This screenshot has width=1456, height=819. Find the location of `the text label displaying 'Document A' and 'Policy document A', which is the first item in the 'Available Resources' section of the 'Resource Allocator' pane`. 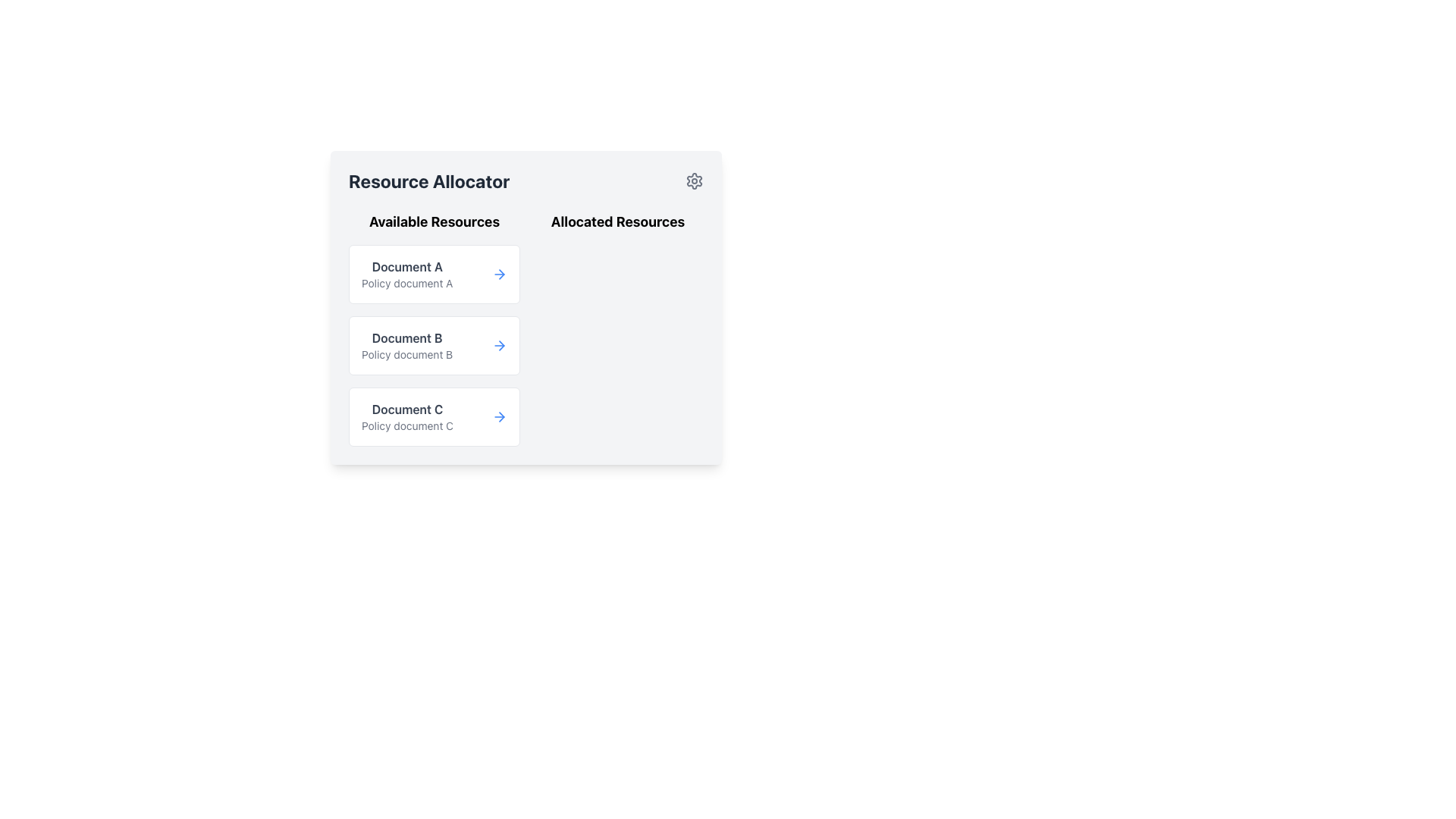

the text label displaying 'Document A' and 'Policy document A', which is the first item in the 'Available Resources' section of the 'Resource Allocator' pane is located at coordinates (407, 275).